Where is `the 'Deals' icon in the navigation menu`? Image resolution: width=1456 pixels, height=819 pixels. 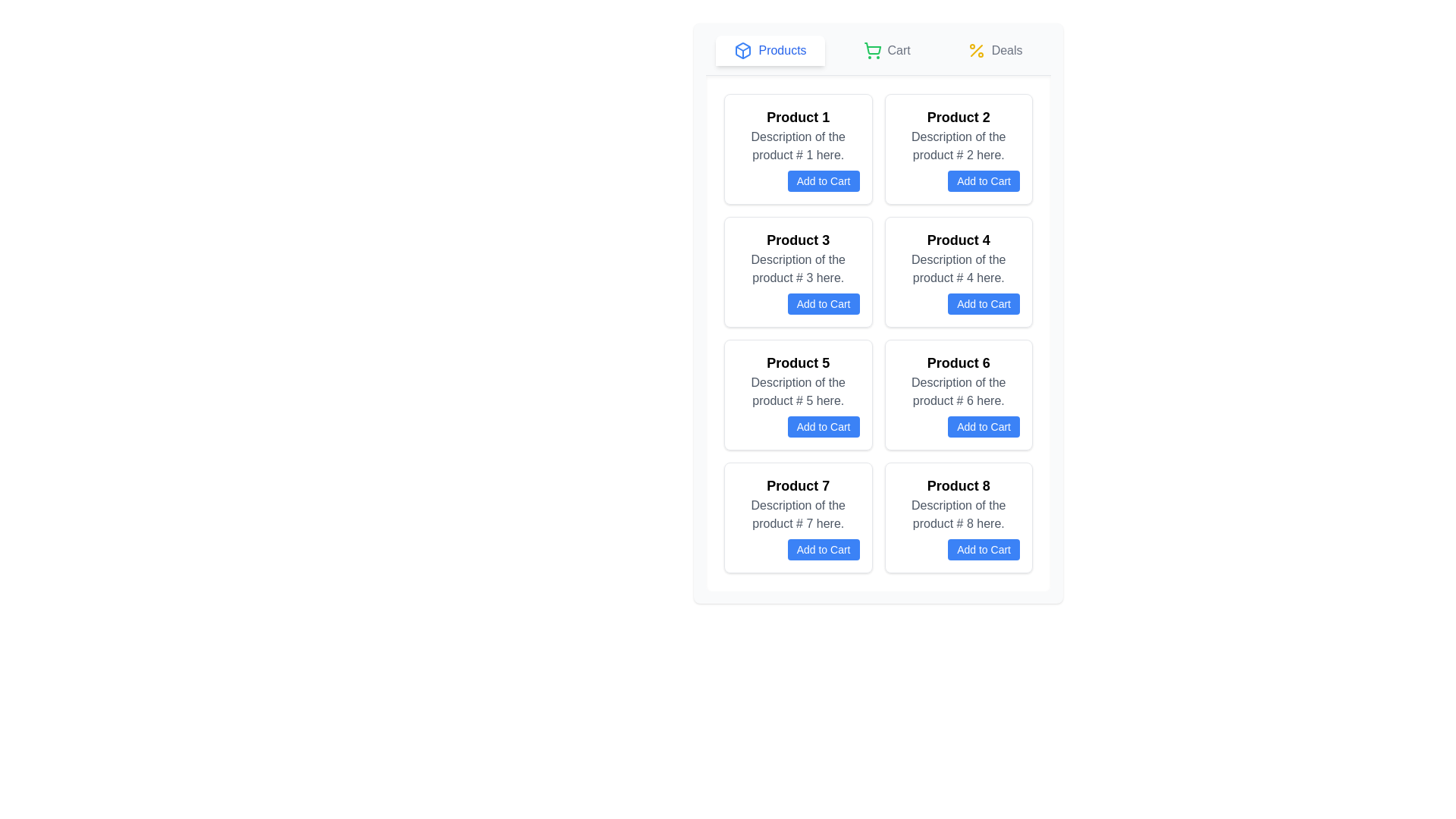
the 'Deals' icon in the navigation menu is located at coordinates (976, 49).